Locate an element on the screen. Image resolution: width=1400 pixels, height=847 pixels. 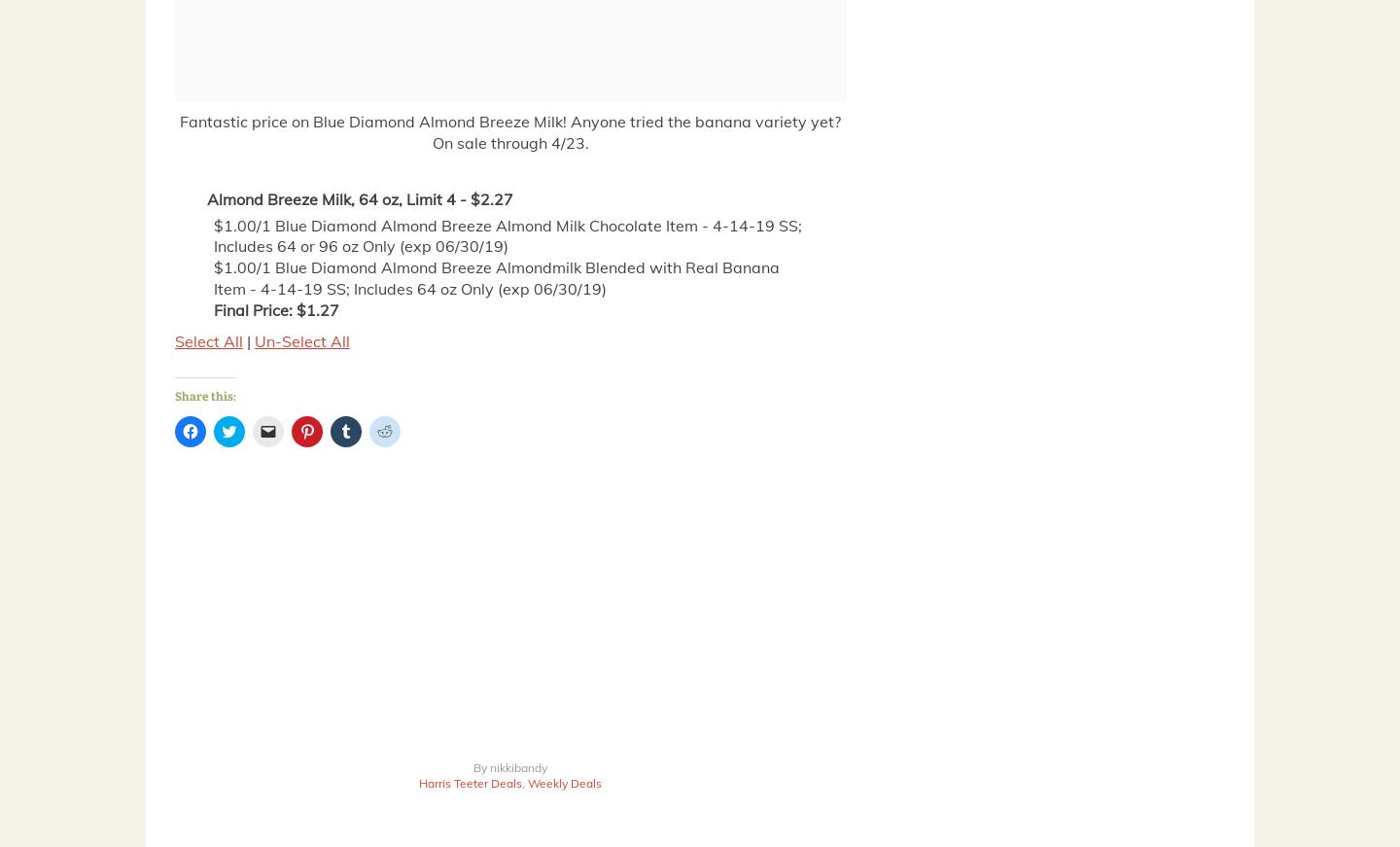
'Final Price:' is located at coordinates (254, 308).